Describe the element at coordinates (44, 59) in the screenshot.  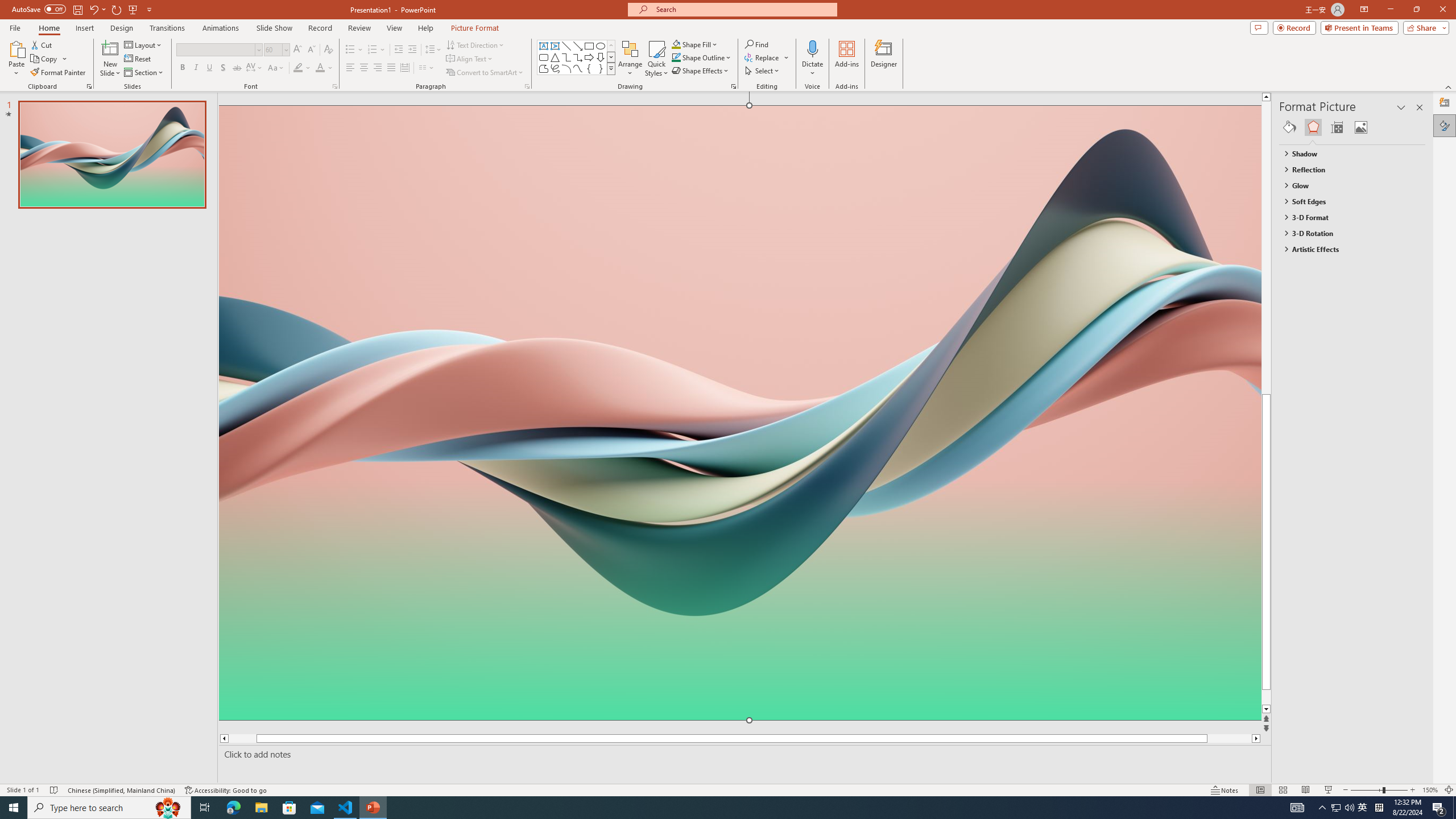
I see `'Copy'` at that location.